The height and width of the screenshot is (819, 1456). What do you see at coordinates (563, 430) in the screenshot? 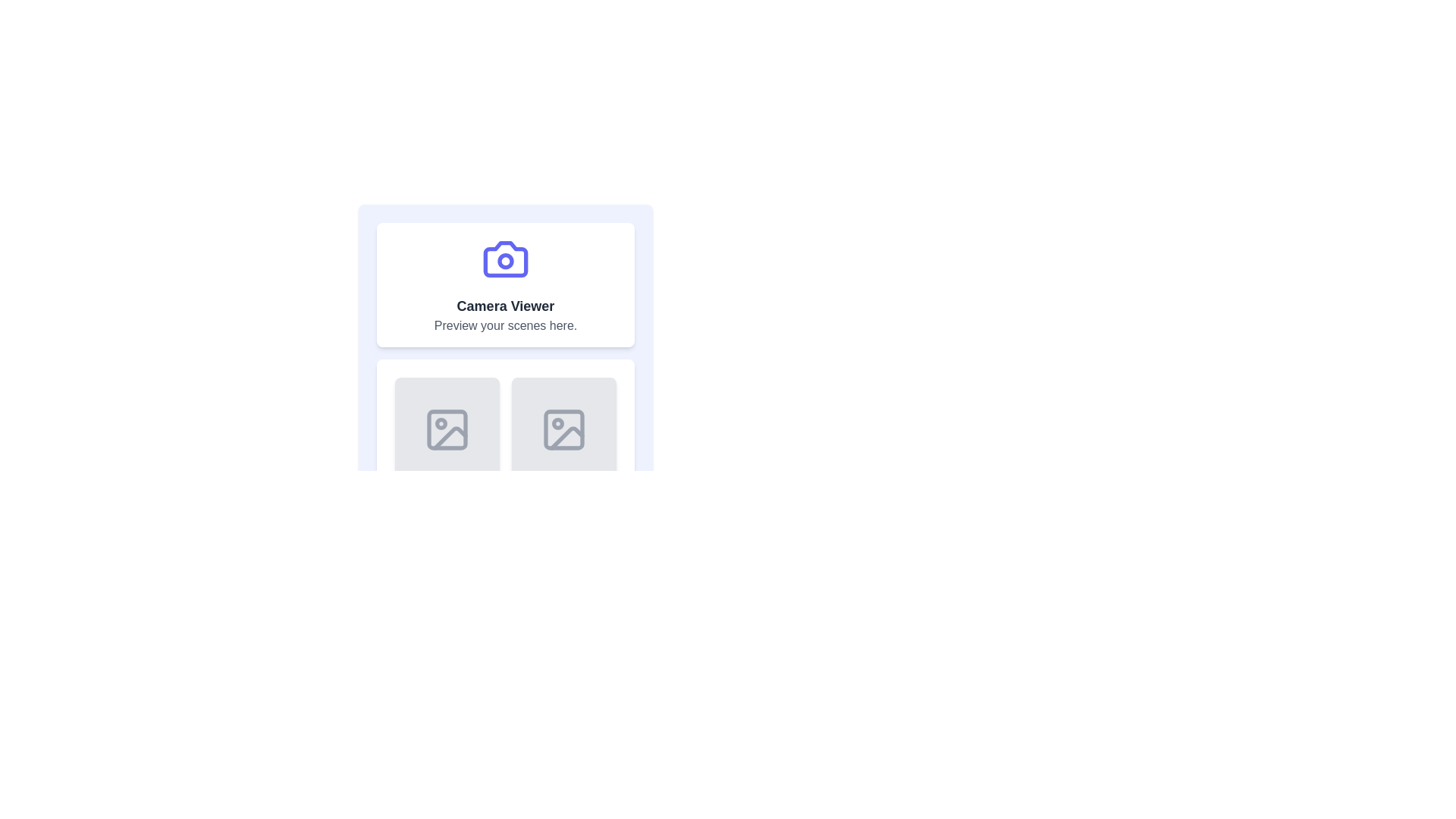
I see `the image-related icon located in the bottom-right area of the grid, specifically in the second row and second column` at bounding box center [563, 430].